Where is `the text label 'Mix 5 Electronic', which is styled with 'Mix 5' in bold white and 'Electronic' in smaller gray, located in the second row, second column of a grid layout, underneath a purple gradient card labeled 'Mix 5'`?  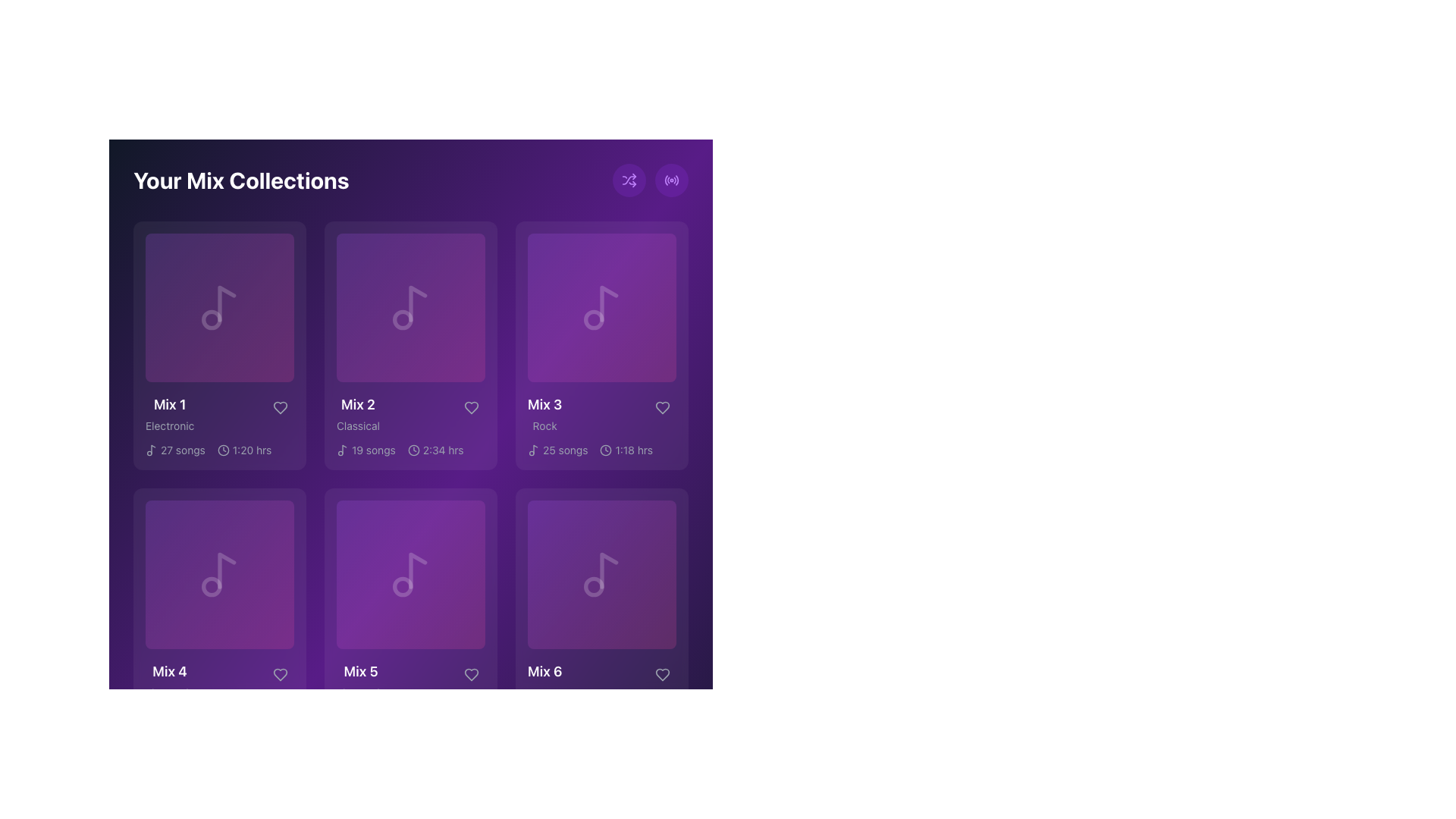 the text label 'Mix 5 Electronic', which is styled with 'Mix 5' in bold white and 'Electronic' in smaller gray, located in the second row, second column of a grid layout, underneath a purple gradient card labeled 'Mix 5' is located at coordinates (411, 680).